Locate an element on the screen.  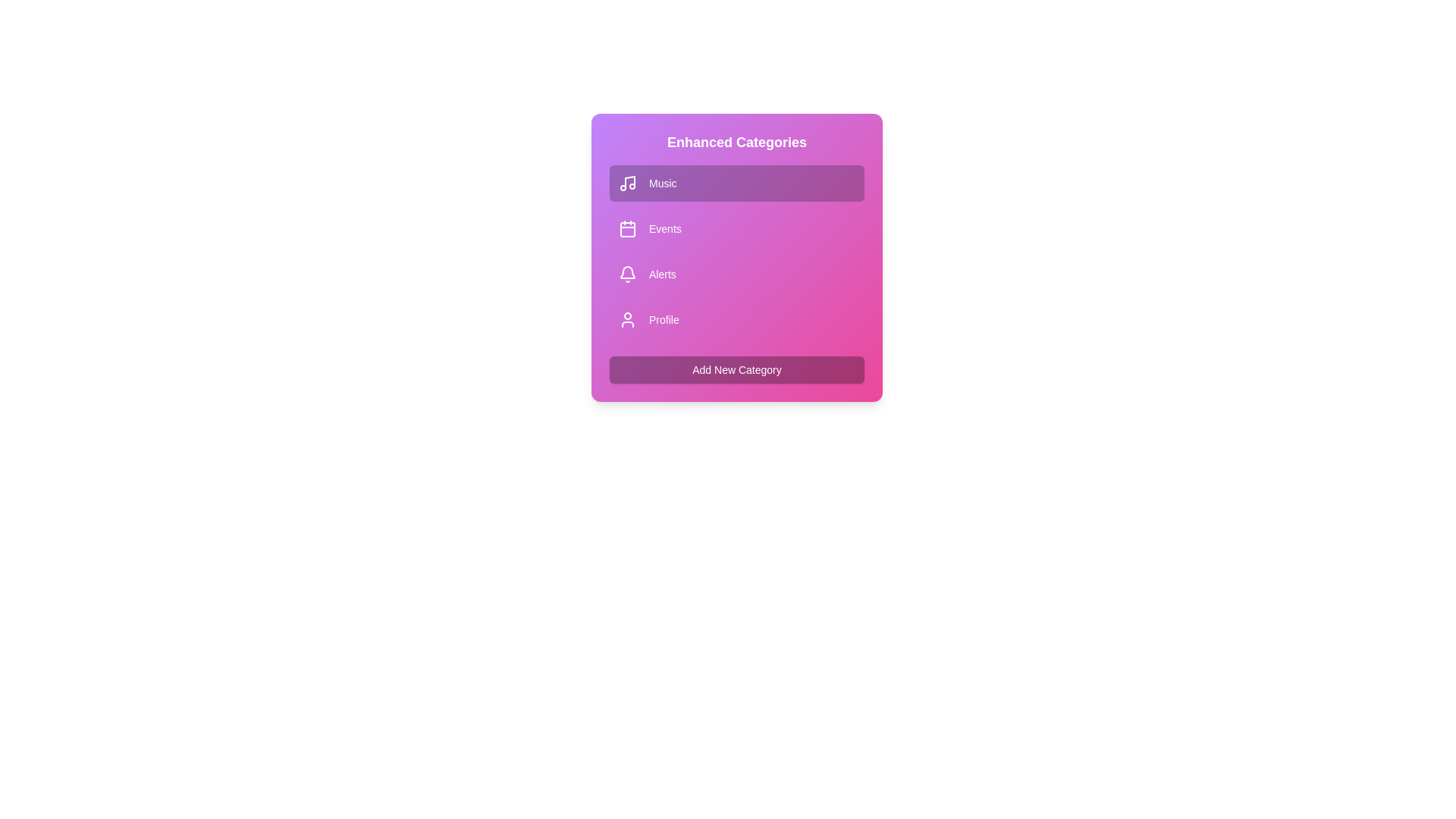
the category Alerts to select it is located at coordinates (736, 275).